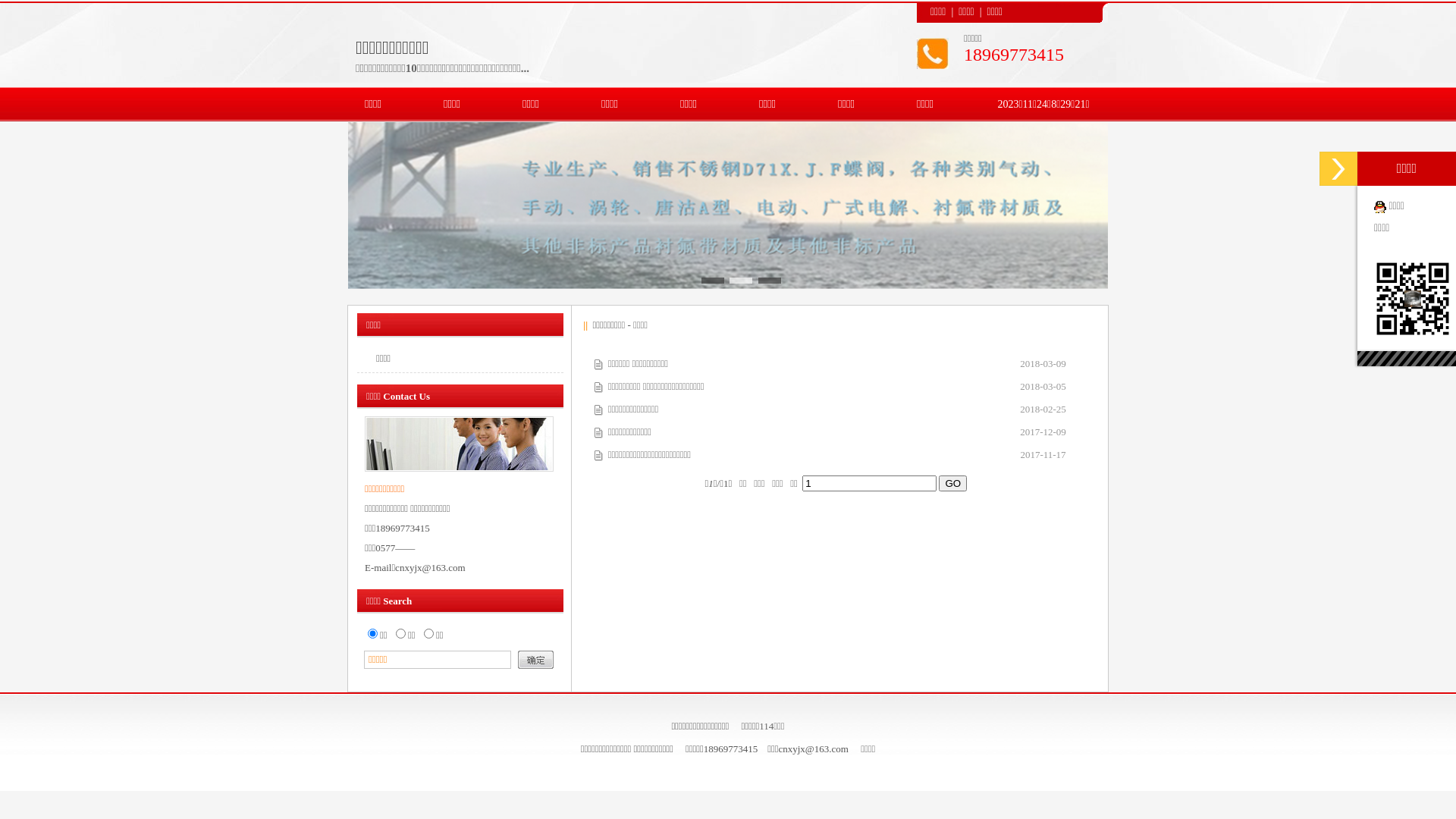 This screenshot has height=819, width=1456. I want to click on 'GO', so click(952, 482).